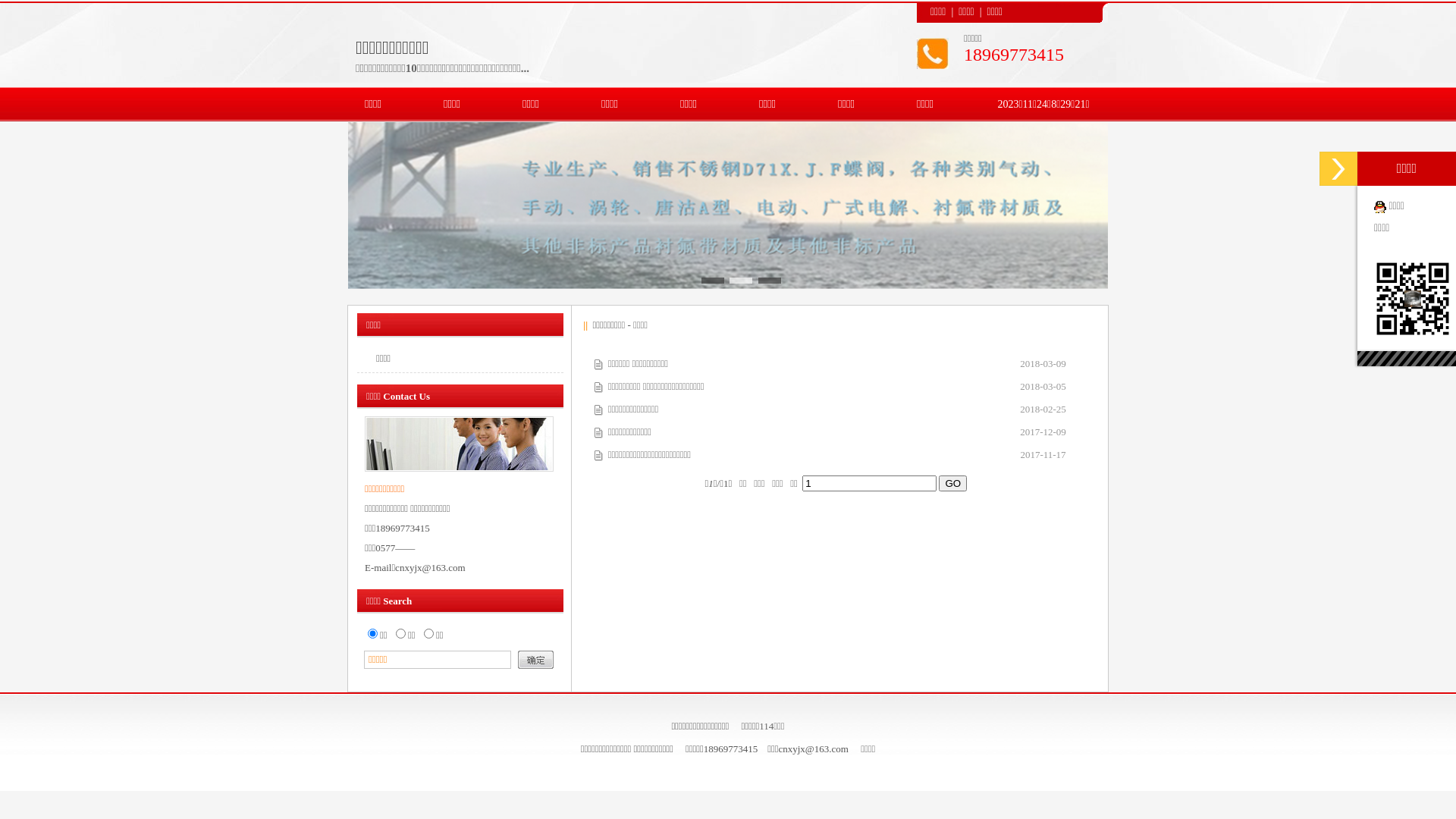 This screenshot has height=819, width=1456. I want to click on 'GO', so click(952, 482).